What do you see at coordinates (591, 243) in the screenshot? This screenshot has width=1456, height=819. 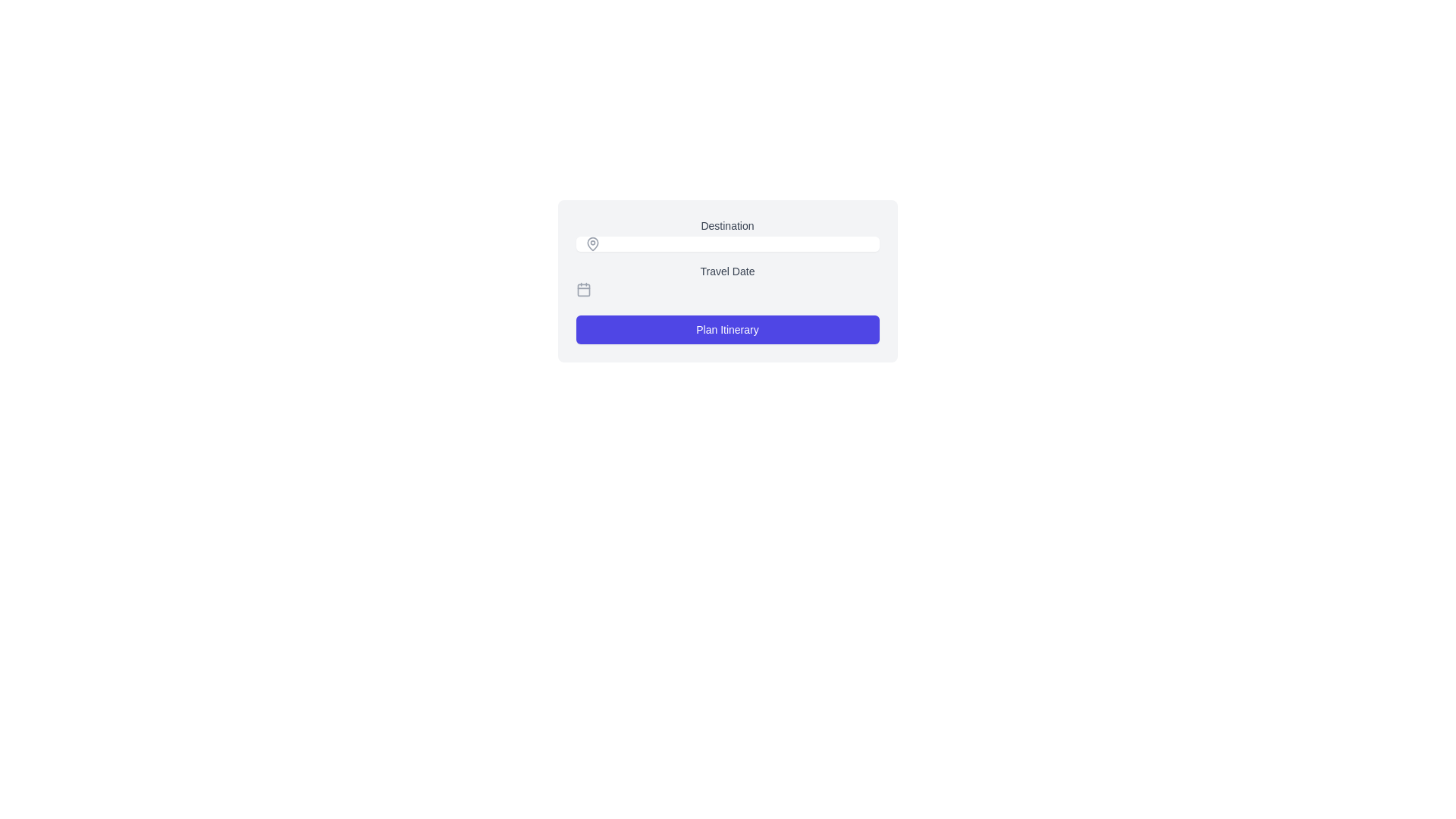 I see `the location icon graphic situated on the left side of the 'Destination' input field in the form-style interface` at bounding box center [591, 243].